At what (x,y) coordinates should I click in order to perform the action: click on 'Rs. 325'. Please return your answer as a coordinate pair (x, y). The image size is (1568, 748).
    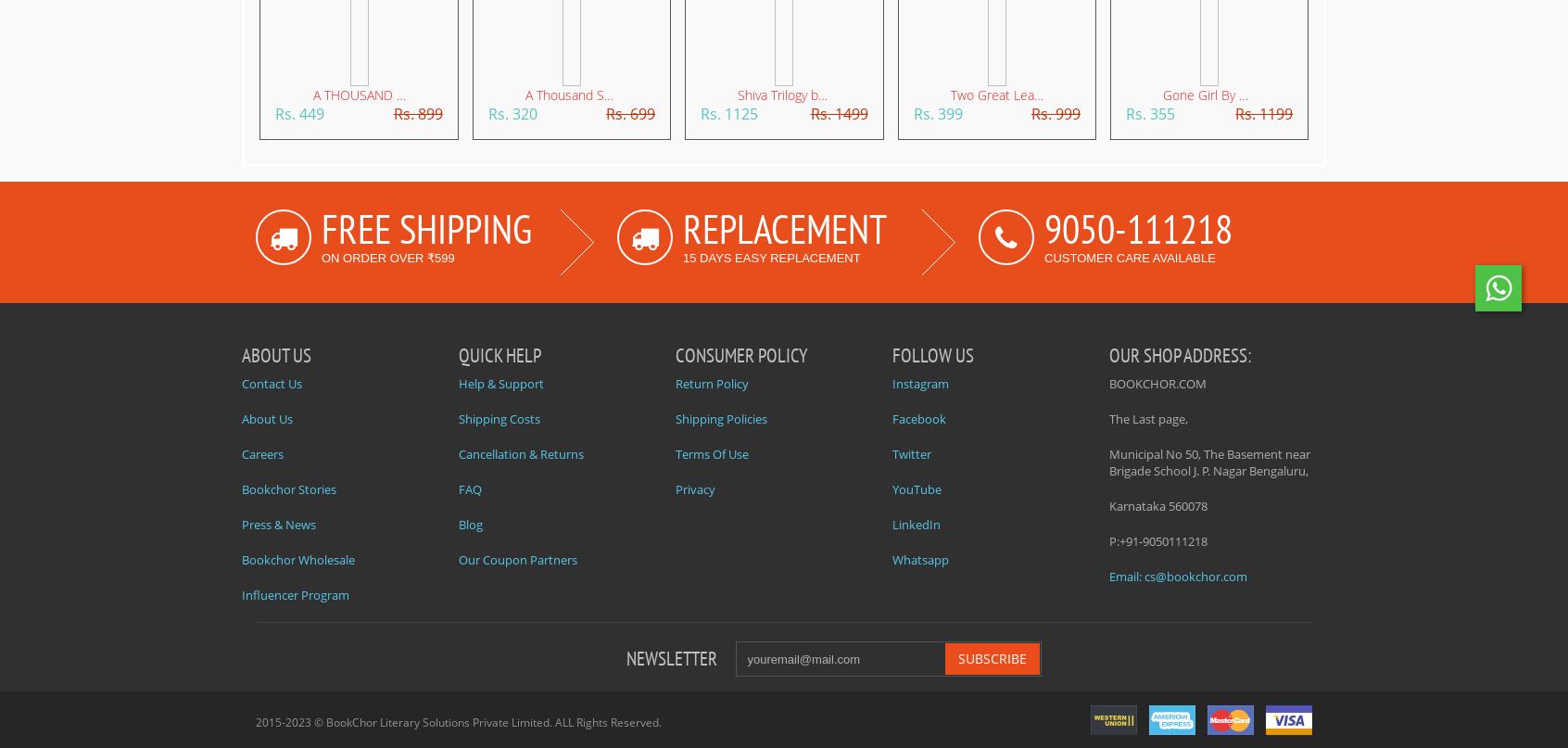
    Looking at the image, I should click on (205, 112).